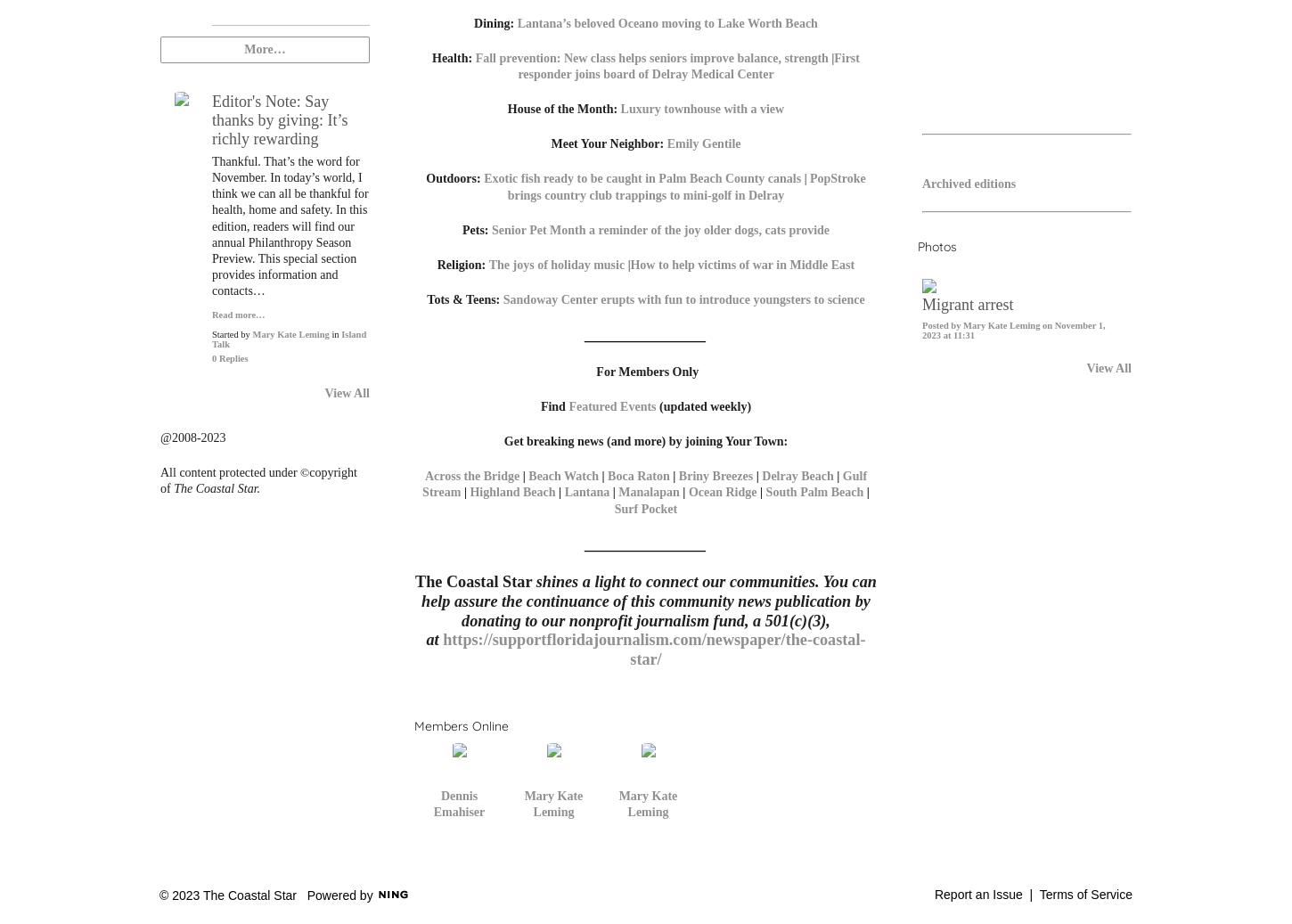 The height and width of the screenshot is (924, 1292). What do you see at coordinates (1085, 895) in the screenshot?
I see `'Terms of Service'` at bounding box center [1085, 895].